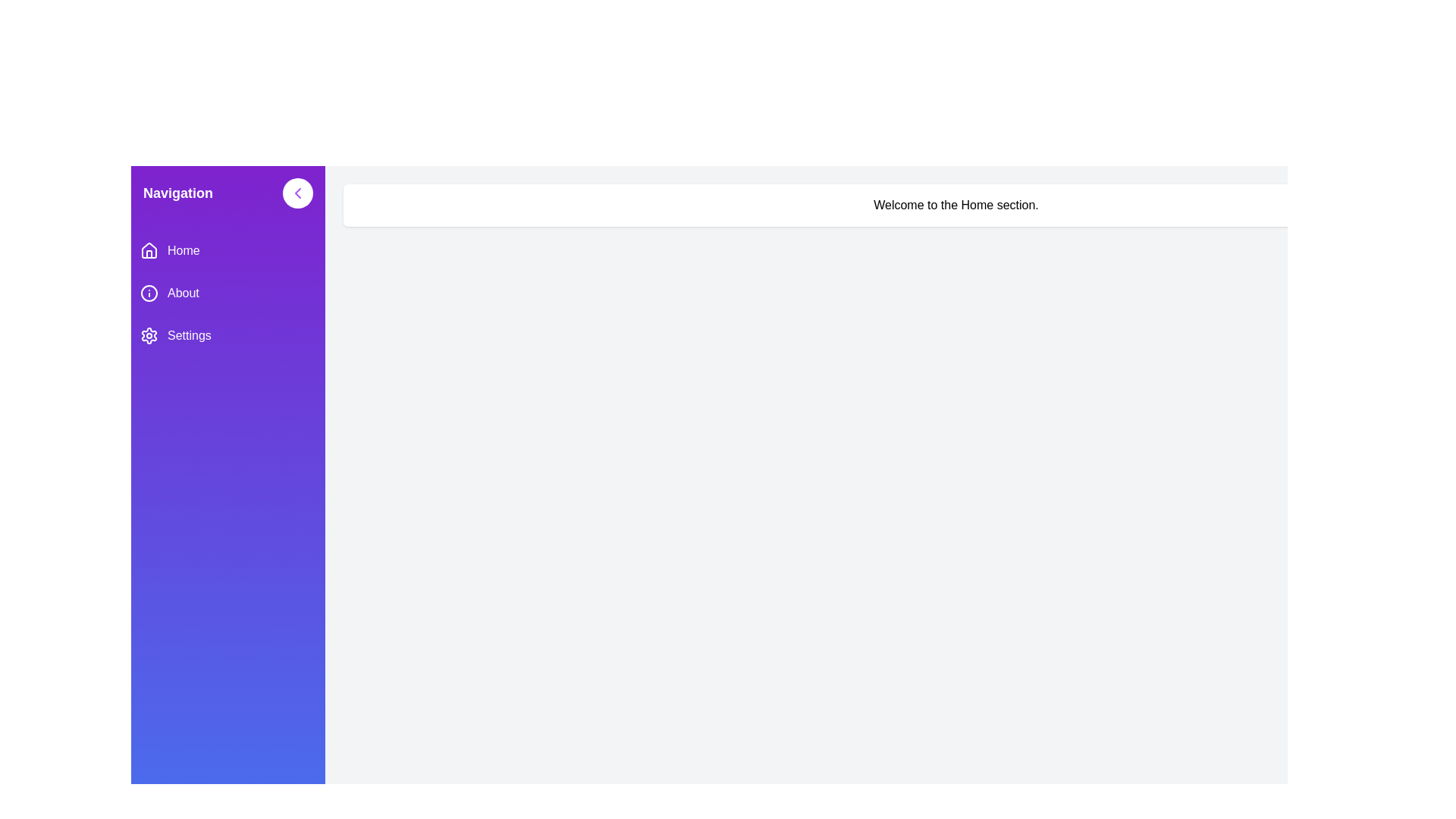  Describe the element at coordinates (298, 192) in the screenshot. I see `the circular button with a white background and purple chevron icon on the right side of the header section` at that location.